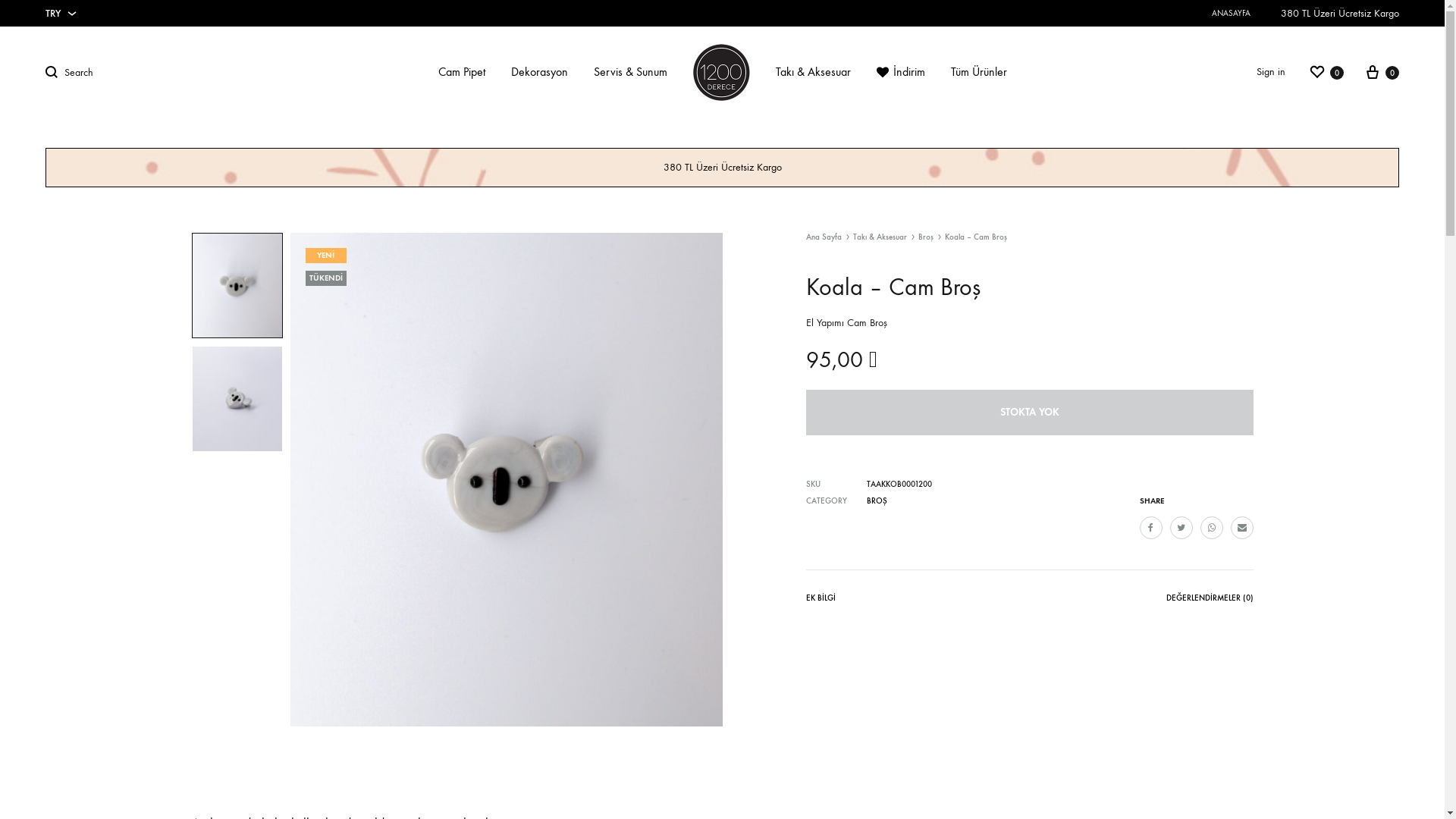  I want to click on 'Dekorasyon', so click(510, 72).